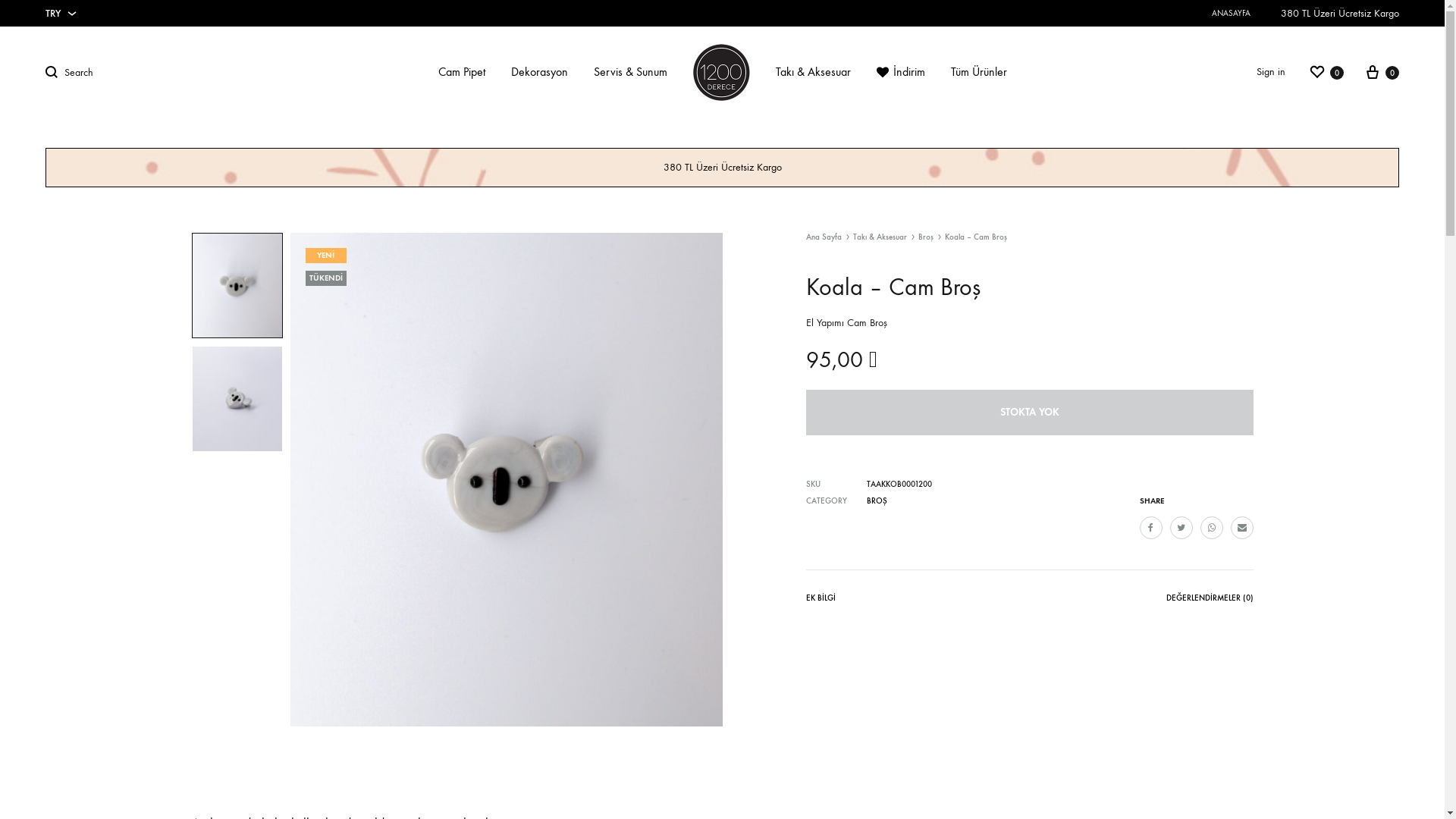  I want to click on 'Dekorasyon', so click(510, 72).